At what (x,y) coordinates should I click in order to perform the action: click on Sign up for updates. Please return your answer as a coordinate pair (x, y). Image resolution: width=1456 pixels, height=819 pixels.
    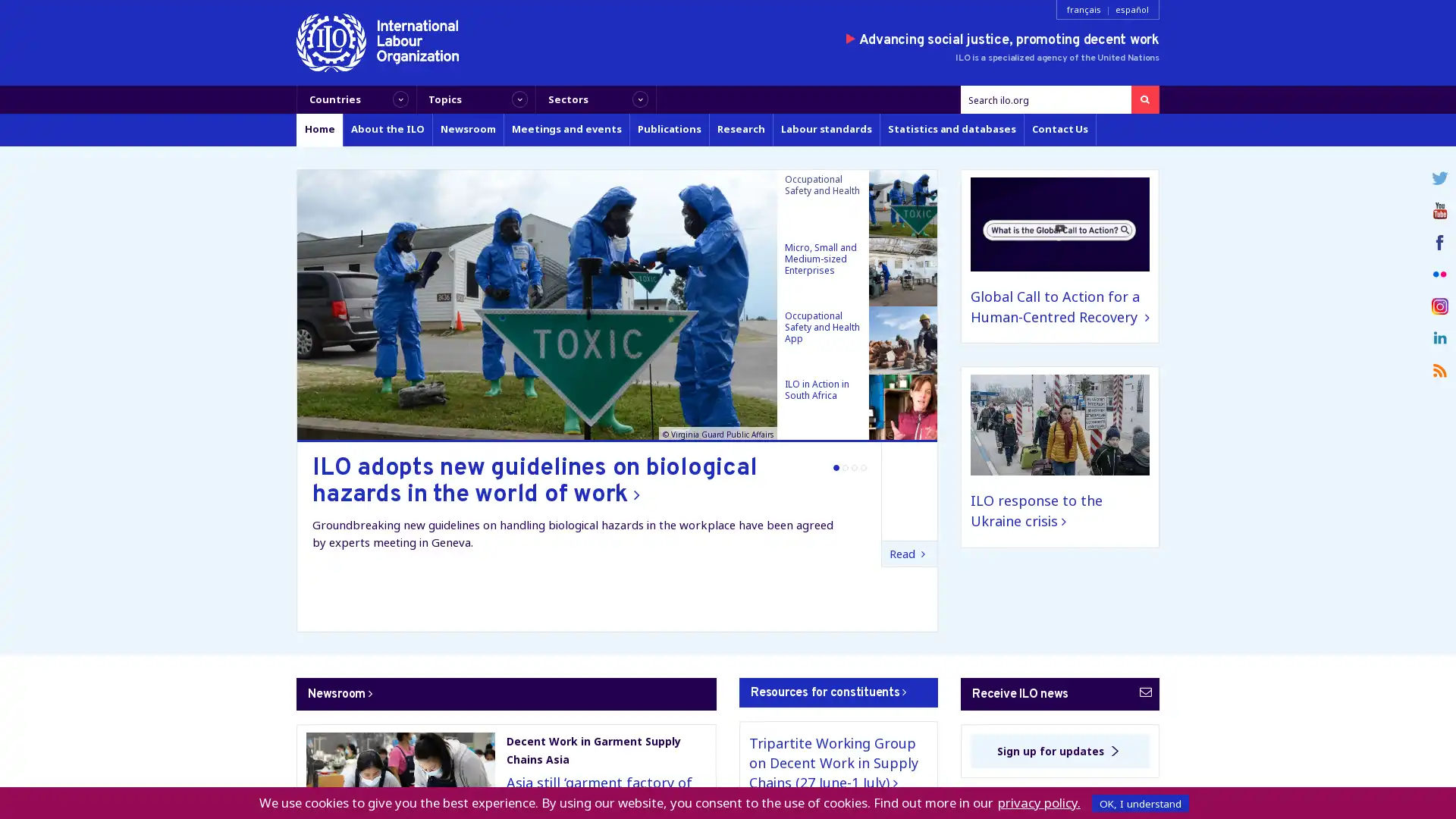
    Looking at the image, I should click on (1059, 751).